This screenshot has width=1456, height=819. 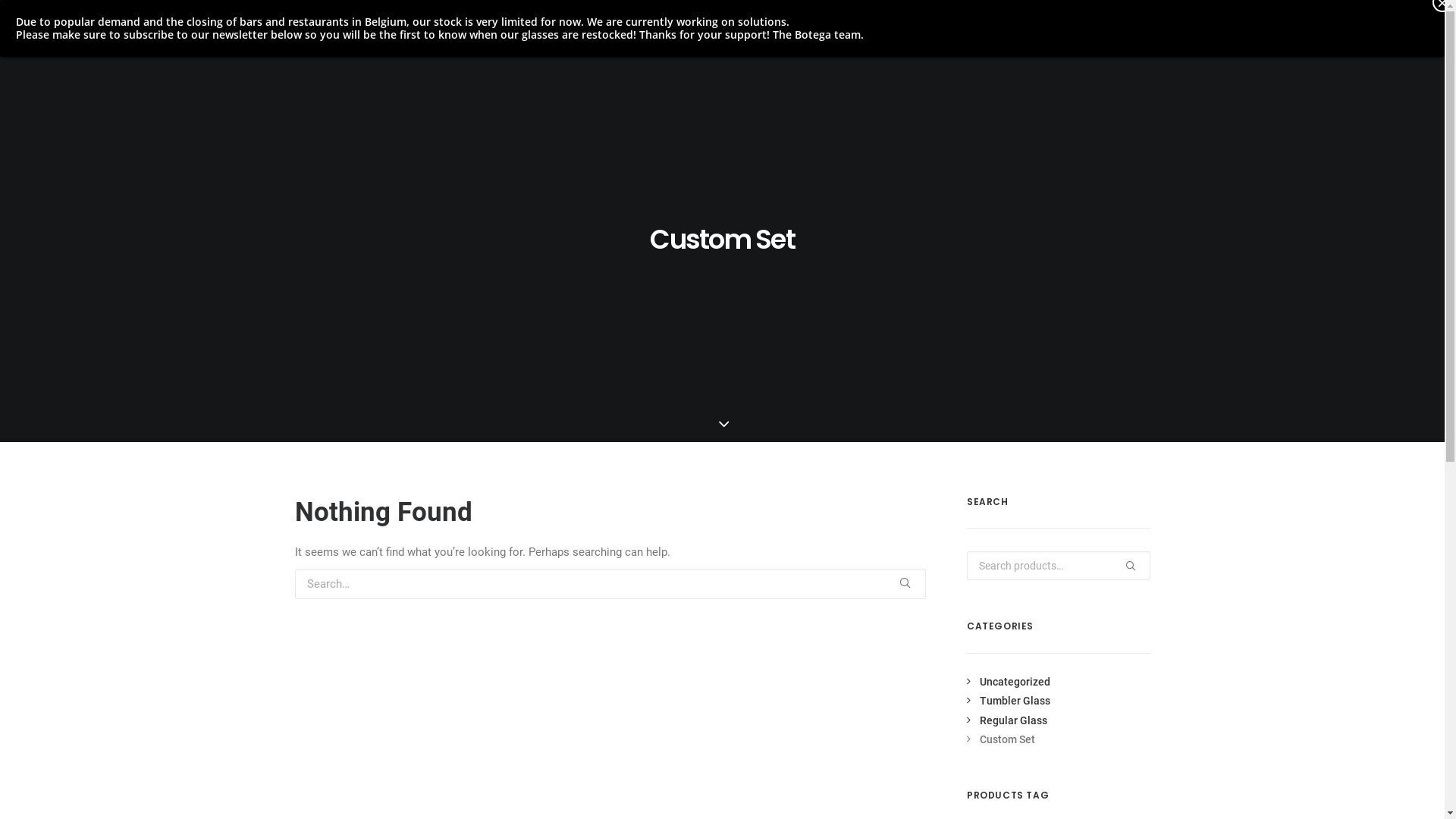 I want to click on 'Custom Set', so click(x=1001, y=739).